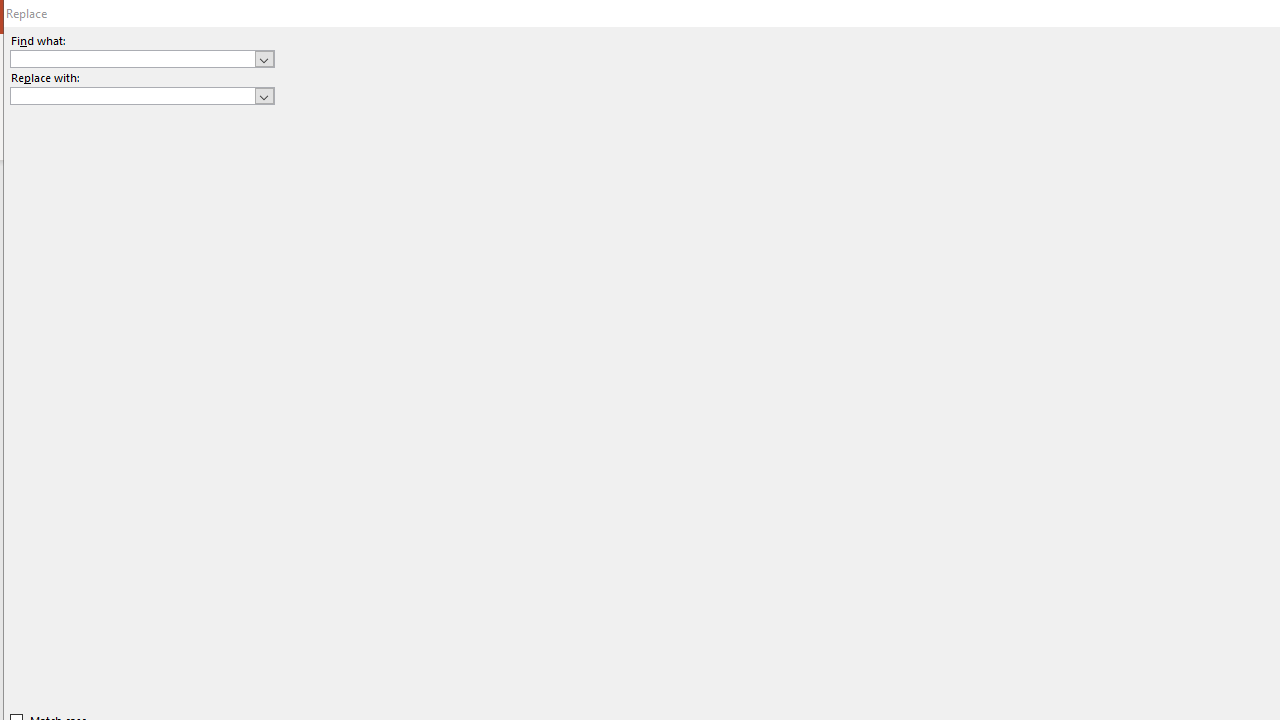  What do you see at coordinates (132, 58) in the screenshot?
I see `'Find what'` at bounding box center [132, 58].